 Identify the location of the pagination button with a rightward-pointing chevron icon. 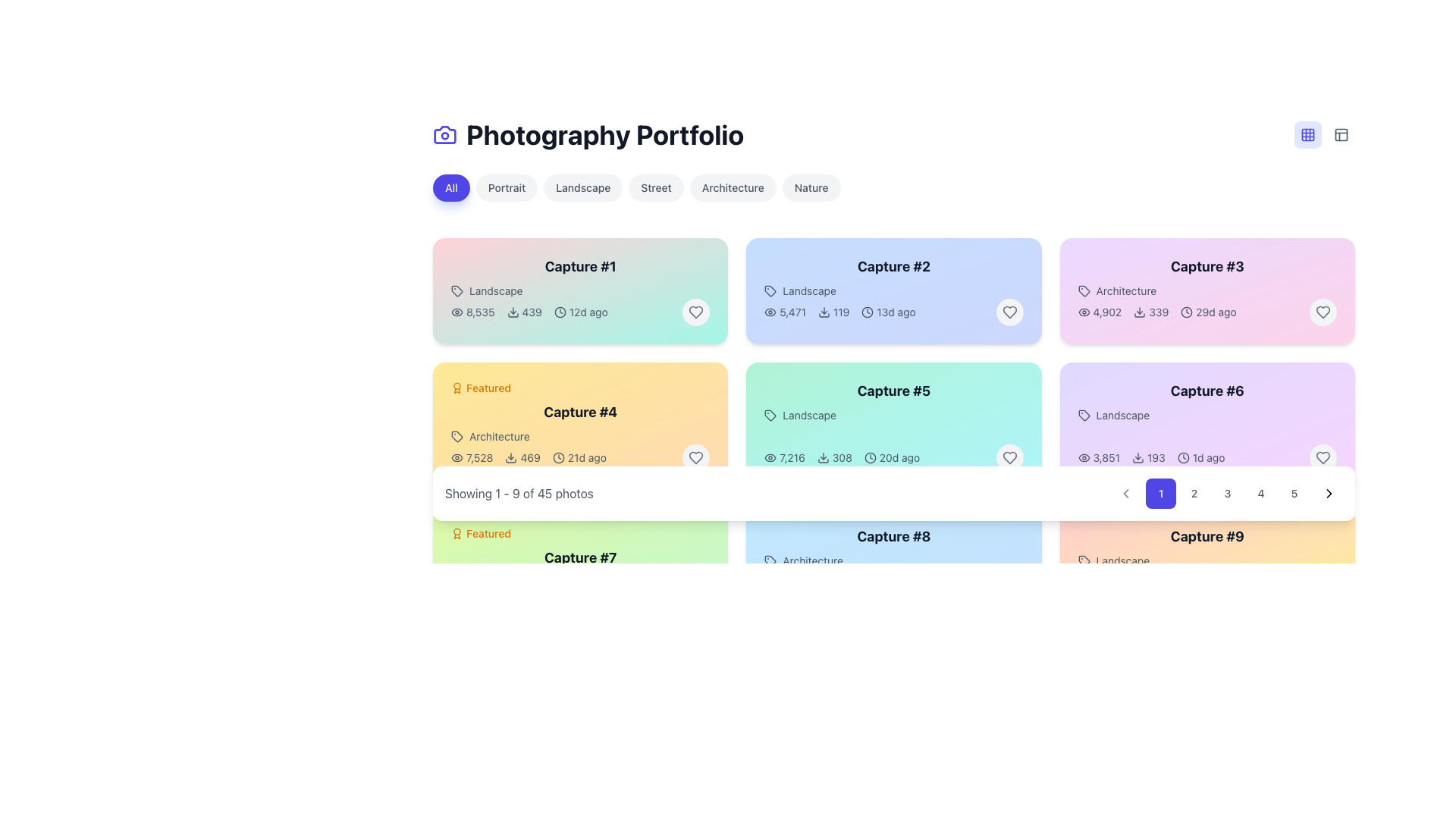
(1328, 494).